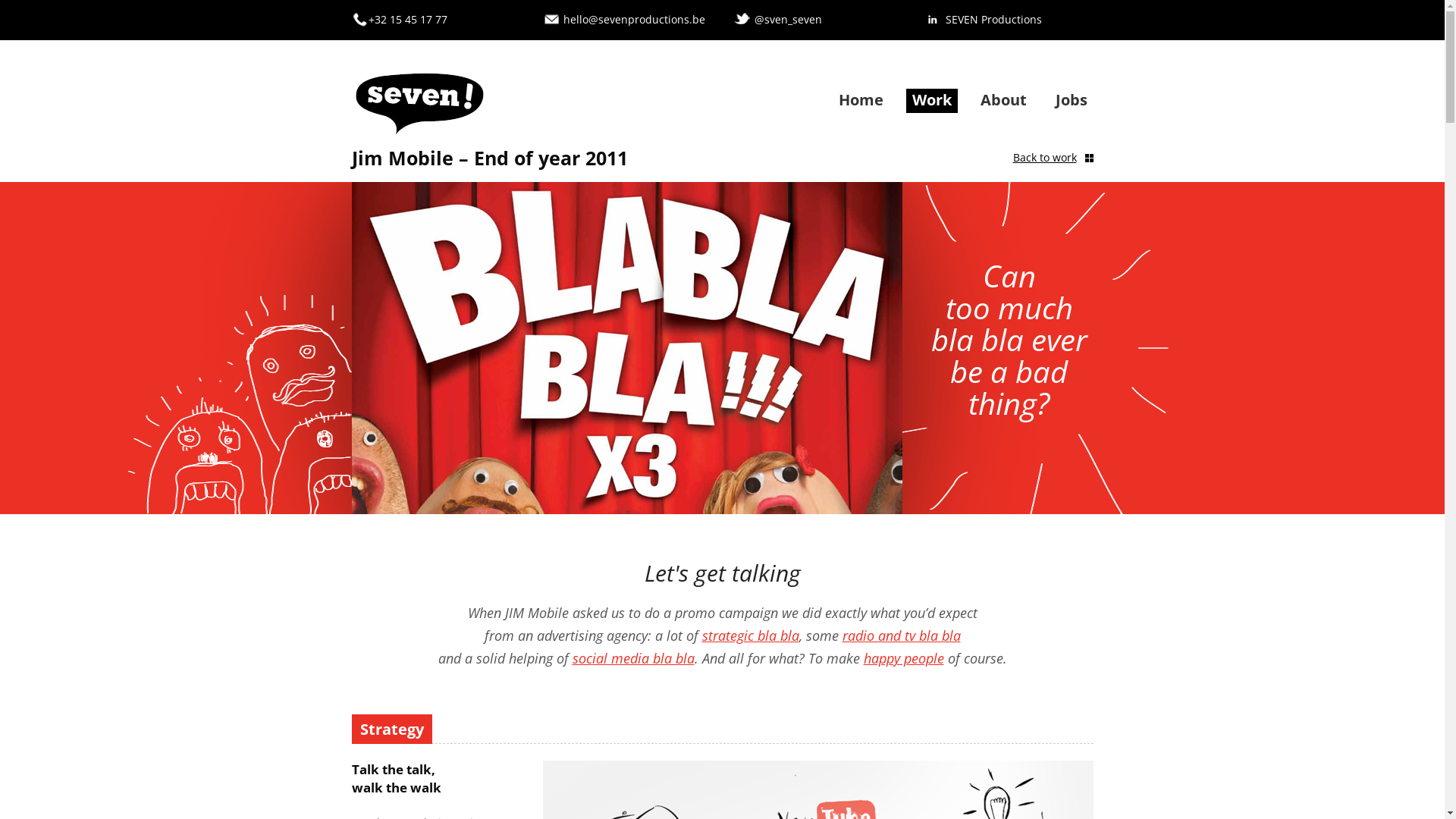 This screenshot has height=819, width=1456. I want to click on 'happy people', so click(902, 657).